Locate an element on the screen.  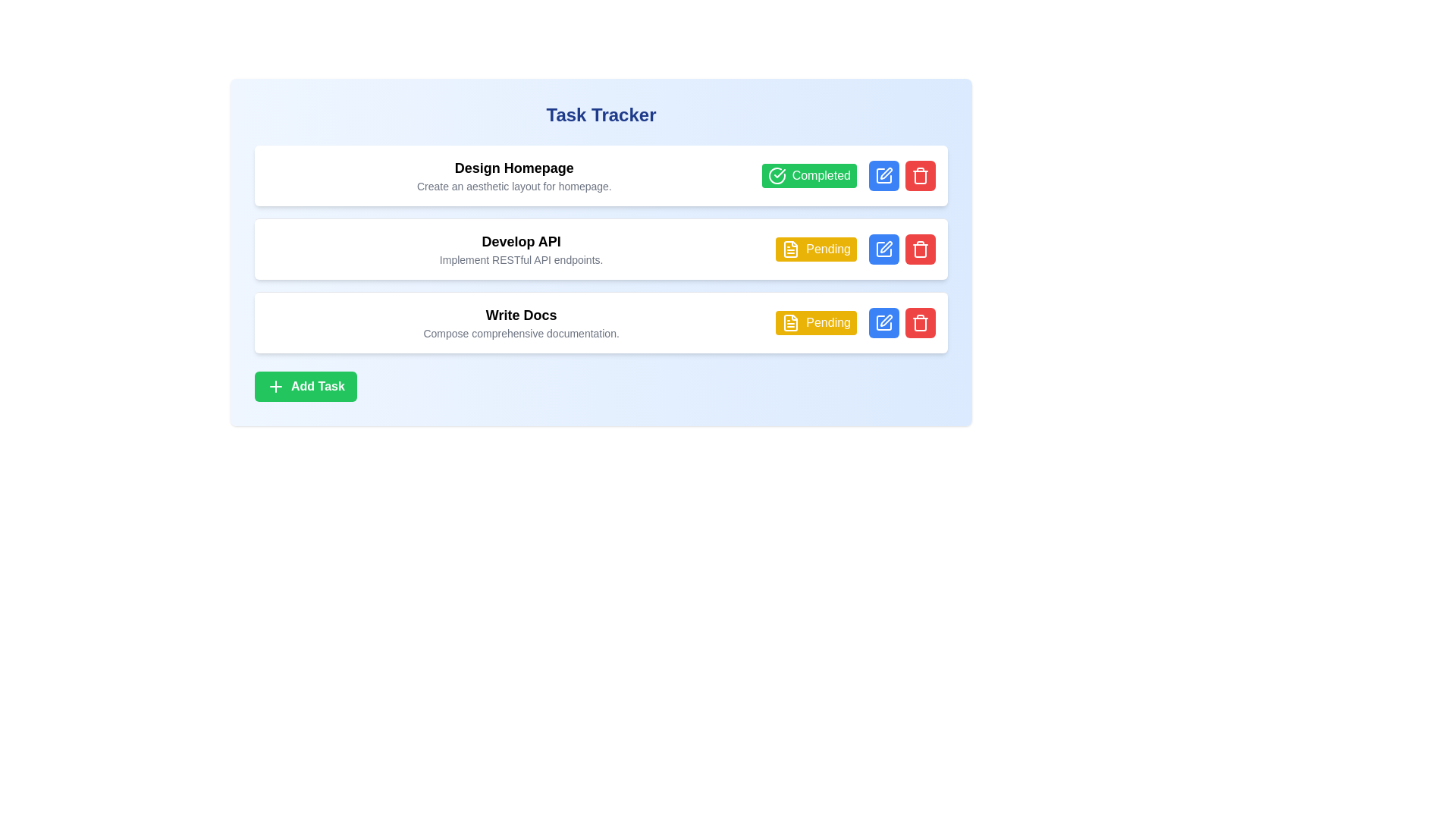
the red trash bin icon located to the right of the 'Design Homepage' task in the 'Task Tracker' application is located at coordinates (920, 174).